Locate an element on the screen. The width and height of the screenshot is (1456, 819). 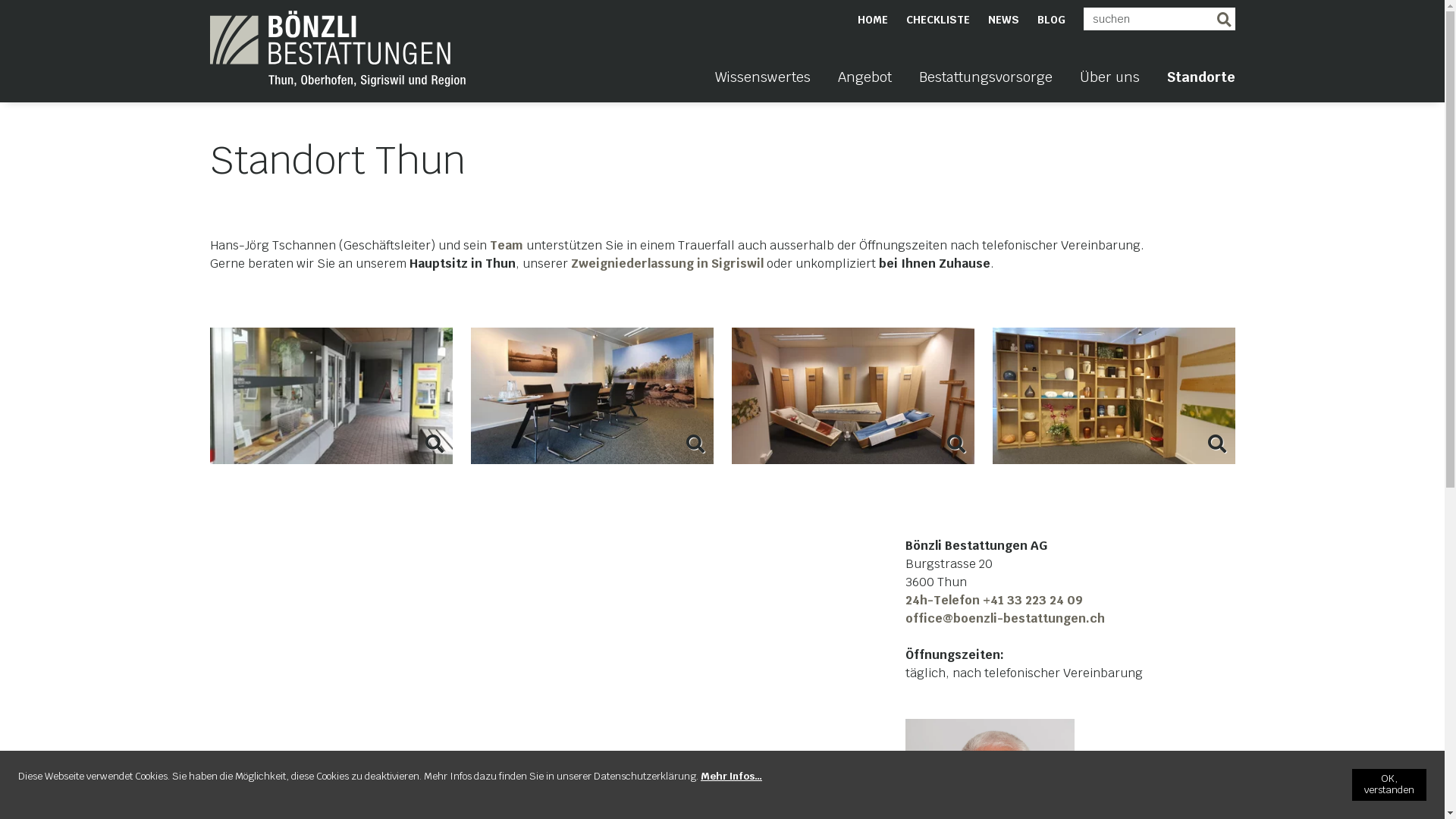
'CHECKLISTE' is located at coordinates (937, 20).